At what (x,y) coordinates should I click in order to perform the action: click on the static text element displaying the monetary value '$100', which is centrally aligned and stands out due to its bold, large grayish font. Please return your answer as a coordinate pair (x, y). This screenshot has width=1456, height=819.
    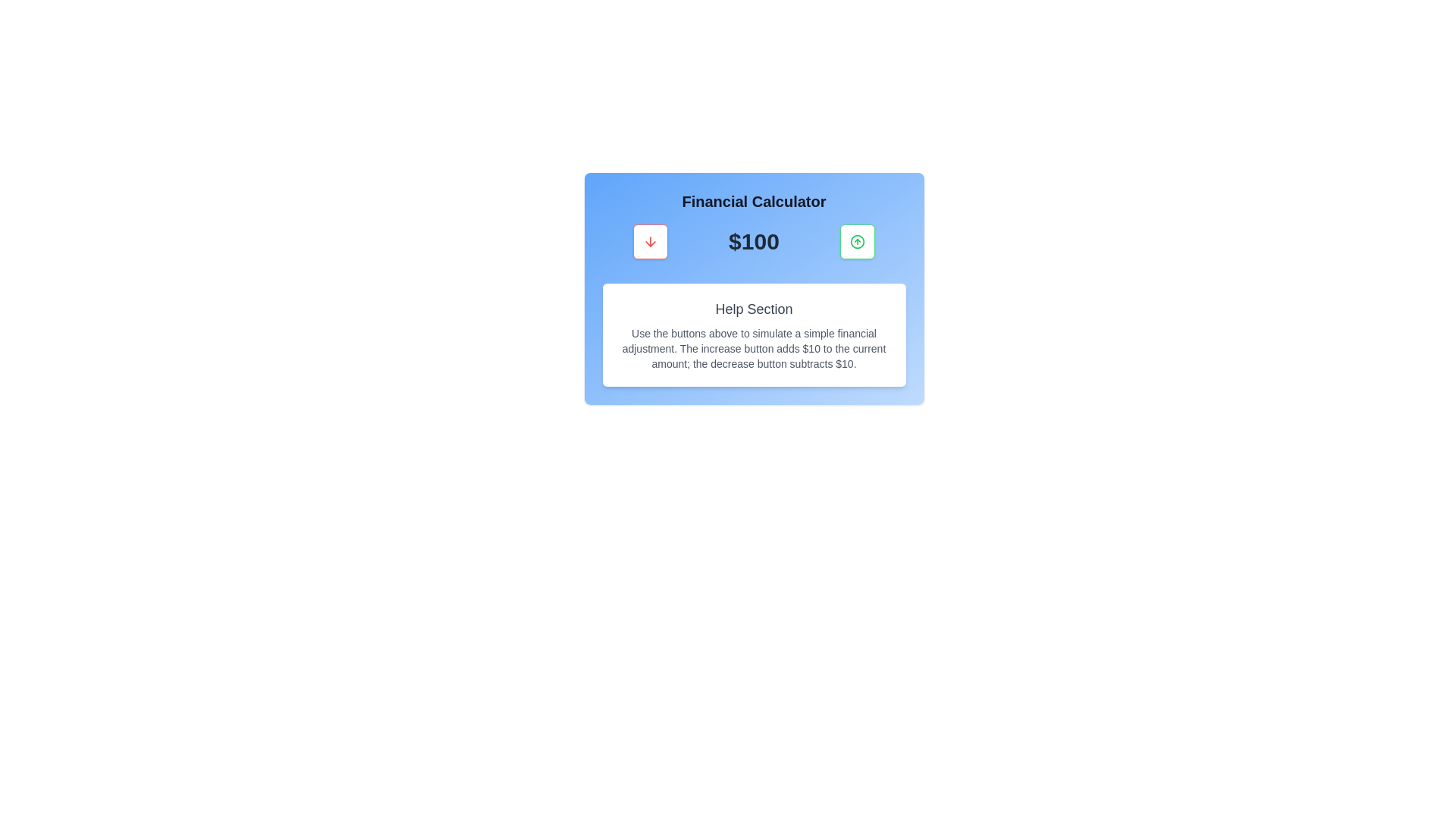
    Looking at the image, I should click on (754, 241).